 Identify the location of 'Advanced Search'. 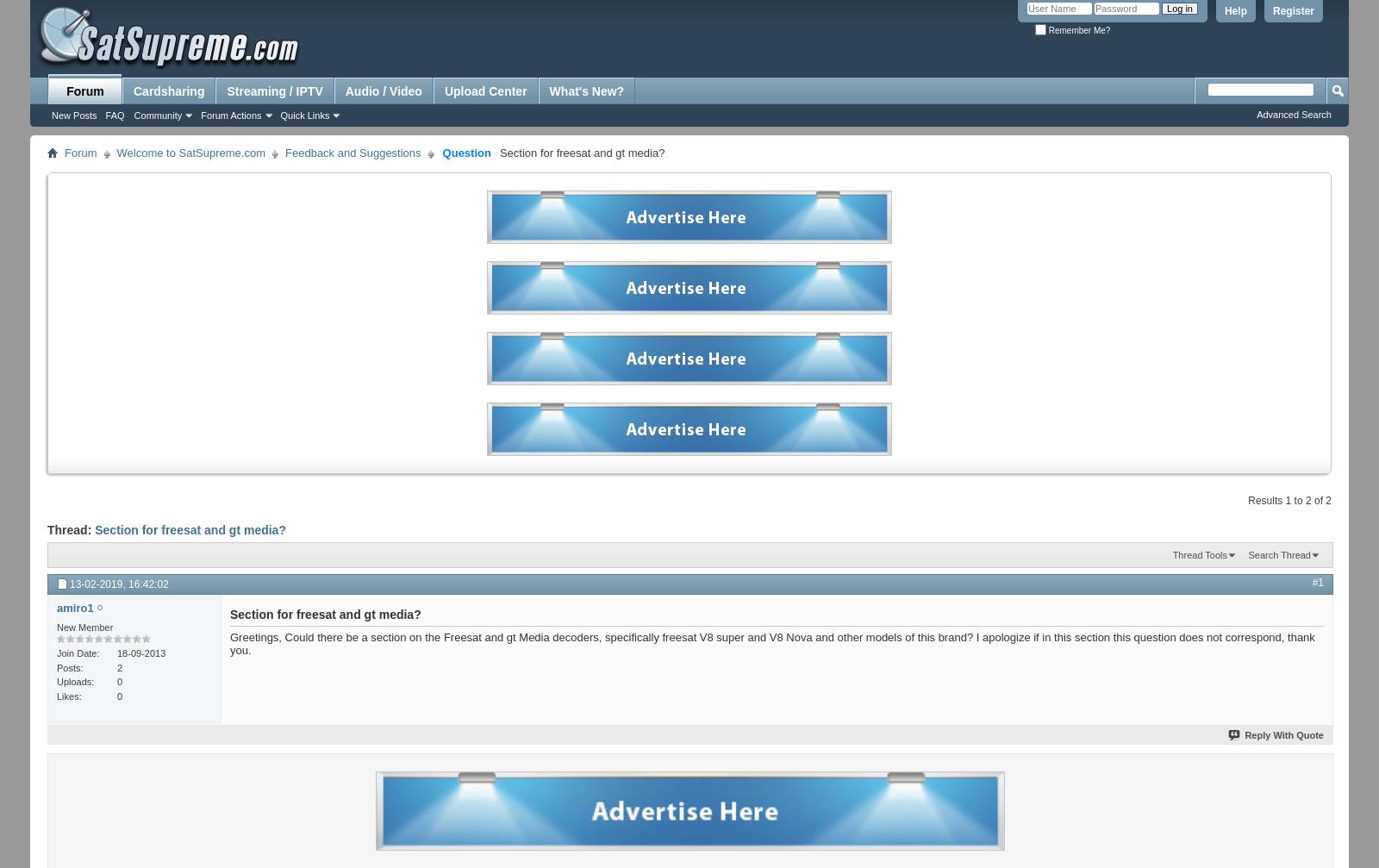
(1257, 115).